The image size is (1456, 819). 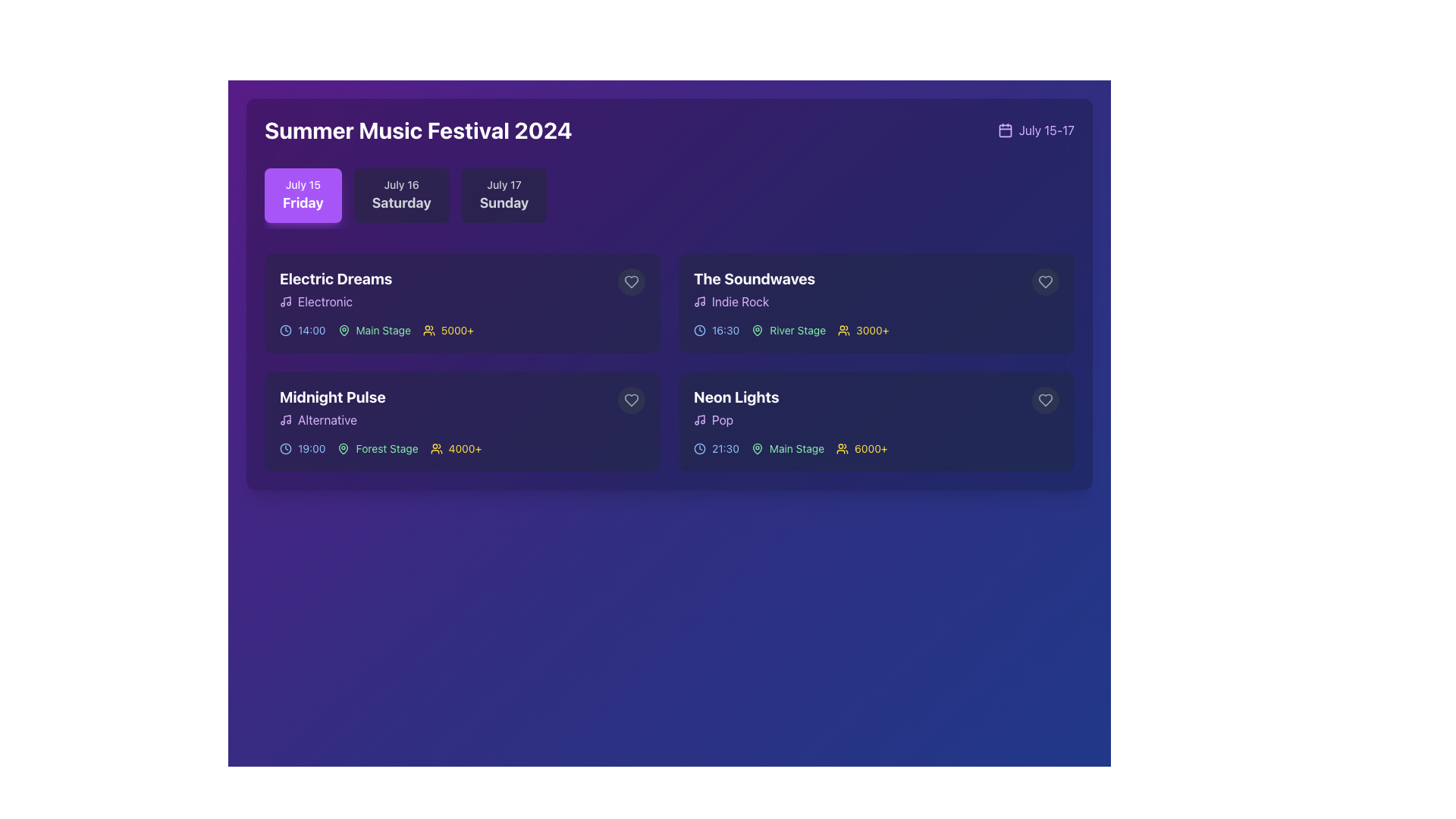 What do you see at coordinates (1044, 281) in the screenshot?
I see `the heart icon button in the top-right corner of 'The Soundwaves' performance card` at bounding box center [1044, 281].